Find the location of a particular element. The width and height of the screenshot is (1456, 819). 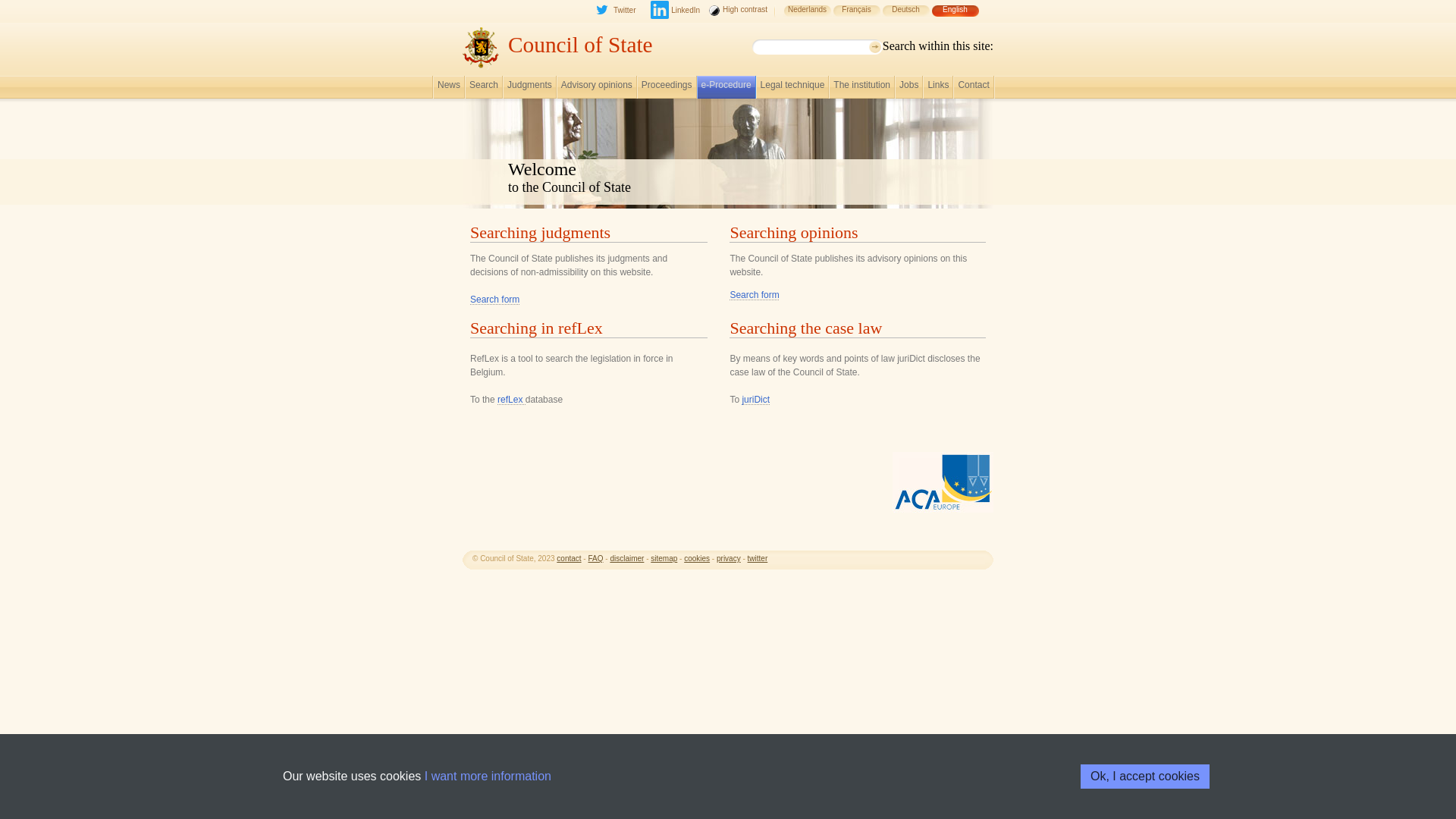

'refLex' is located at coordinates (511, 399).